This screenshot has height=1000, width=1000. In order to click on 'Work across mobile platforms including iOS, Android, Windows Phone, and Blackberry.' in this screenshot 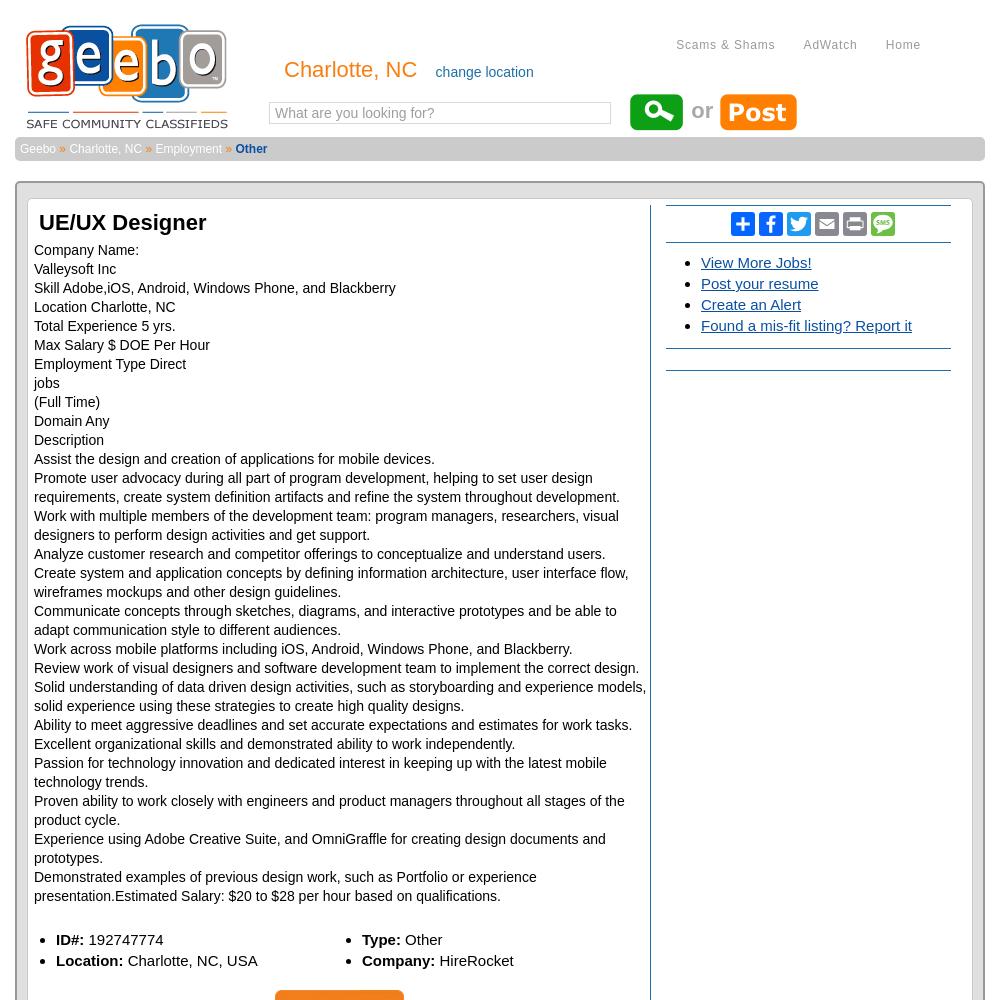, I will do `click(303, 649)`.